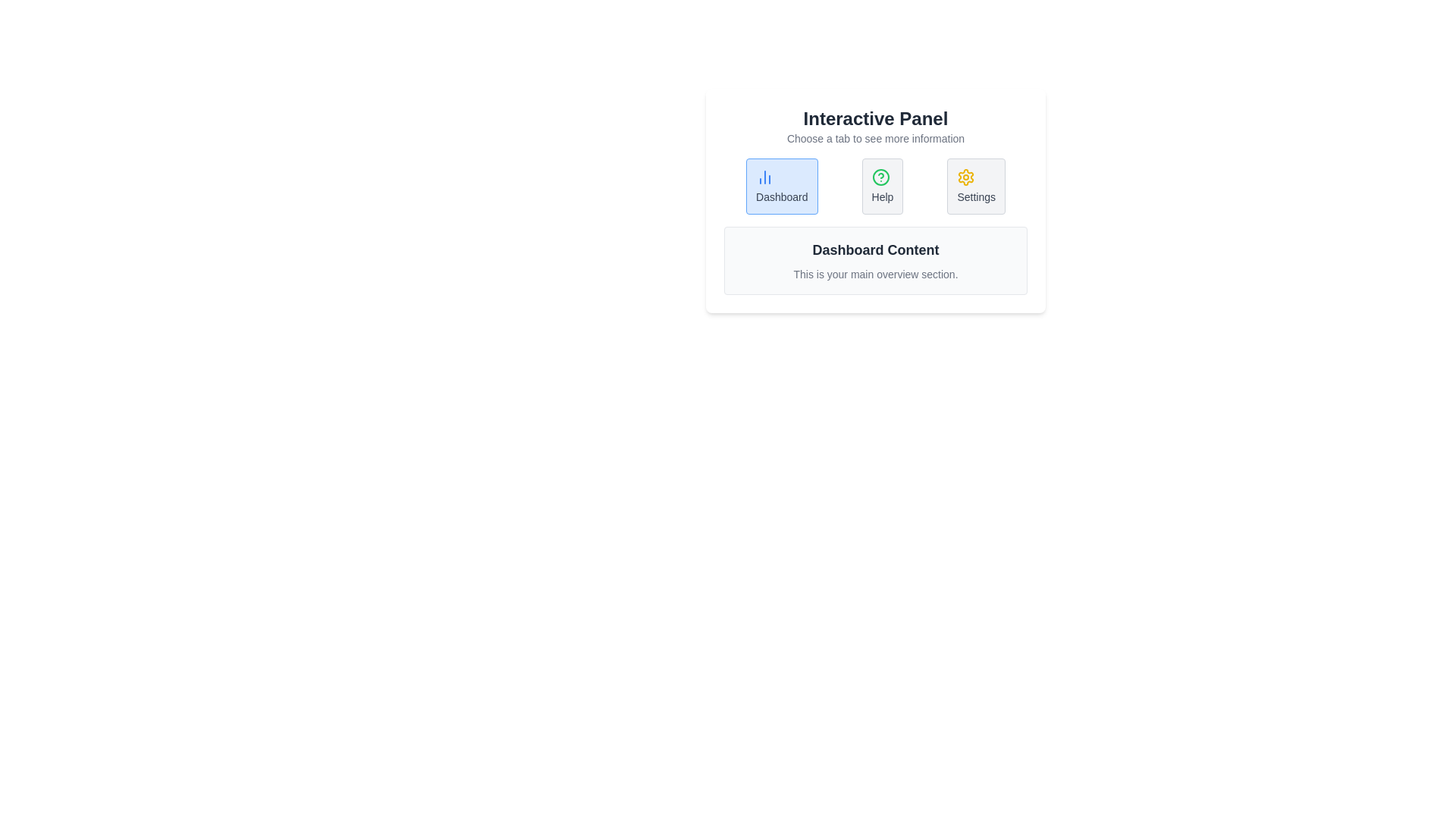 The width and height of the screenshot is (1456, 819). I want to click on text of the 'Dashboard' label, which is styled with a small, bold font and gray color, located inside the first button of three options below the 'Interactive Panel' heading, so click(782, 196).